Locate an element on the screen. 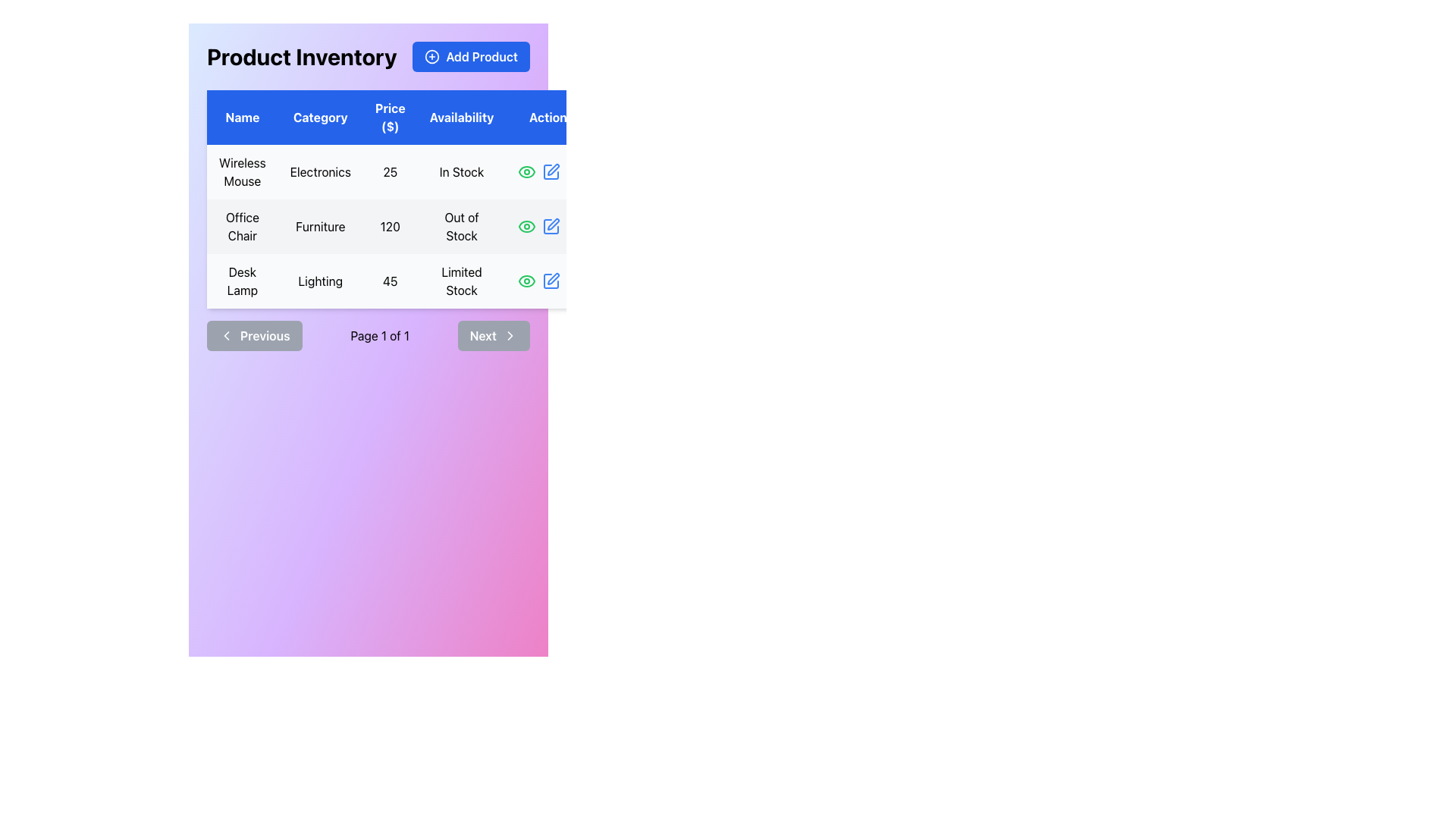  the table cell displaying the price of the 'Wireless Mouse' in the inventory table, located in the 'Price ($)' column, first row, third item is located at coordinates (390, 171).